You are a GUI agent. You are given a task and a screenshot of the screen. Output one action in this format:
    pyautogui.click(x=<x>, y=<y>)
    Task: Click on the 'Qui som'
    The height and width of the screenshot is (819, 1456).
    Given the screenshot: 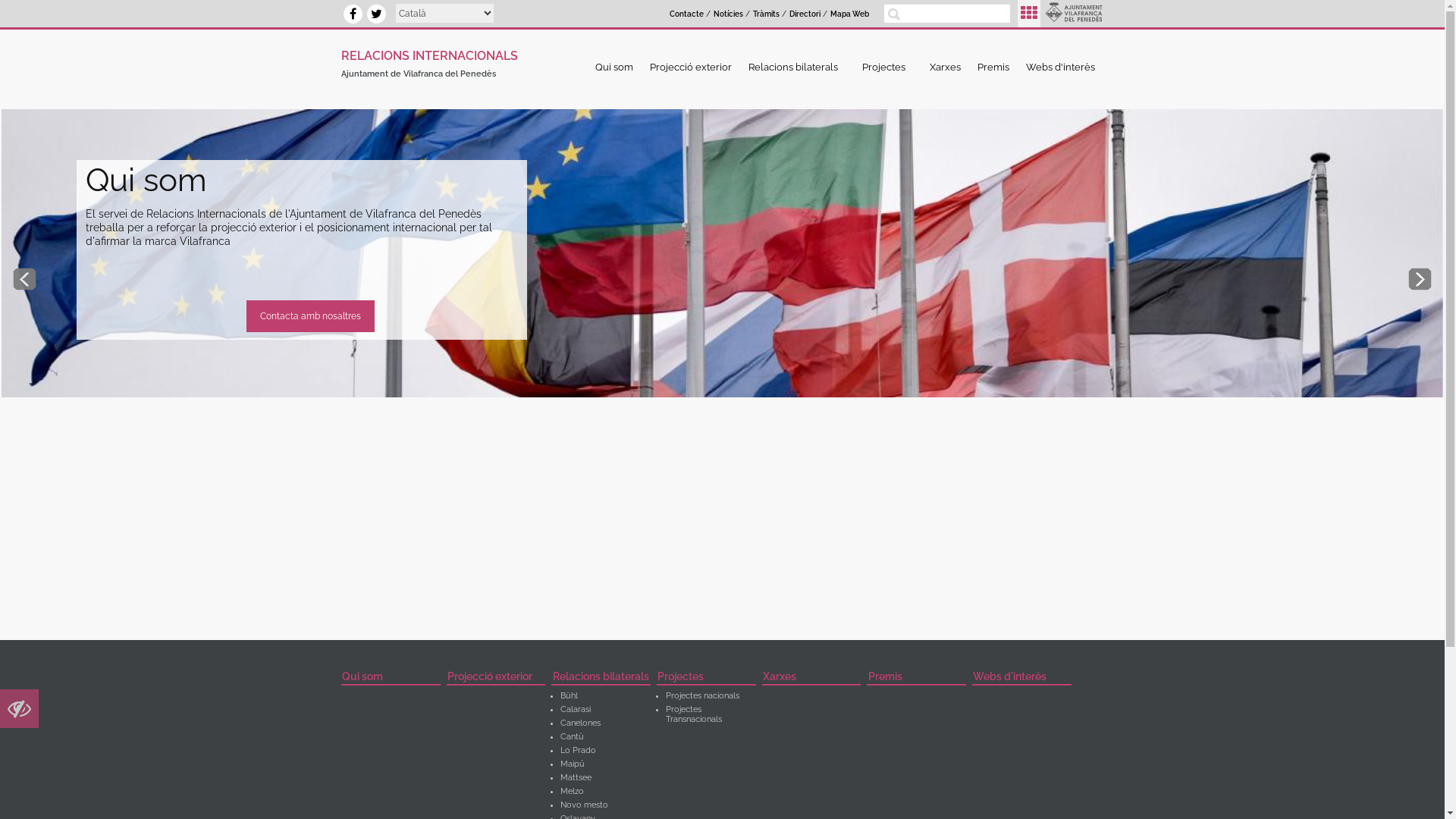 What is the action you would take?
    pyautogui.click(x=391, y=677)
    